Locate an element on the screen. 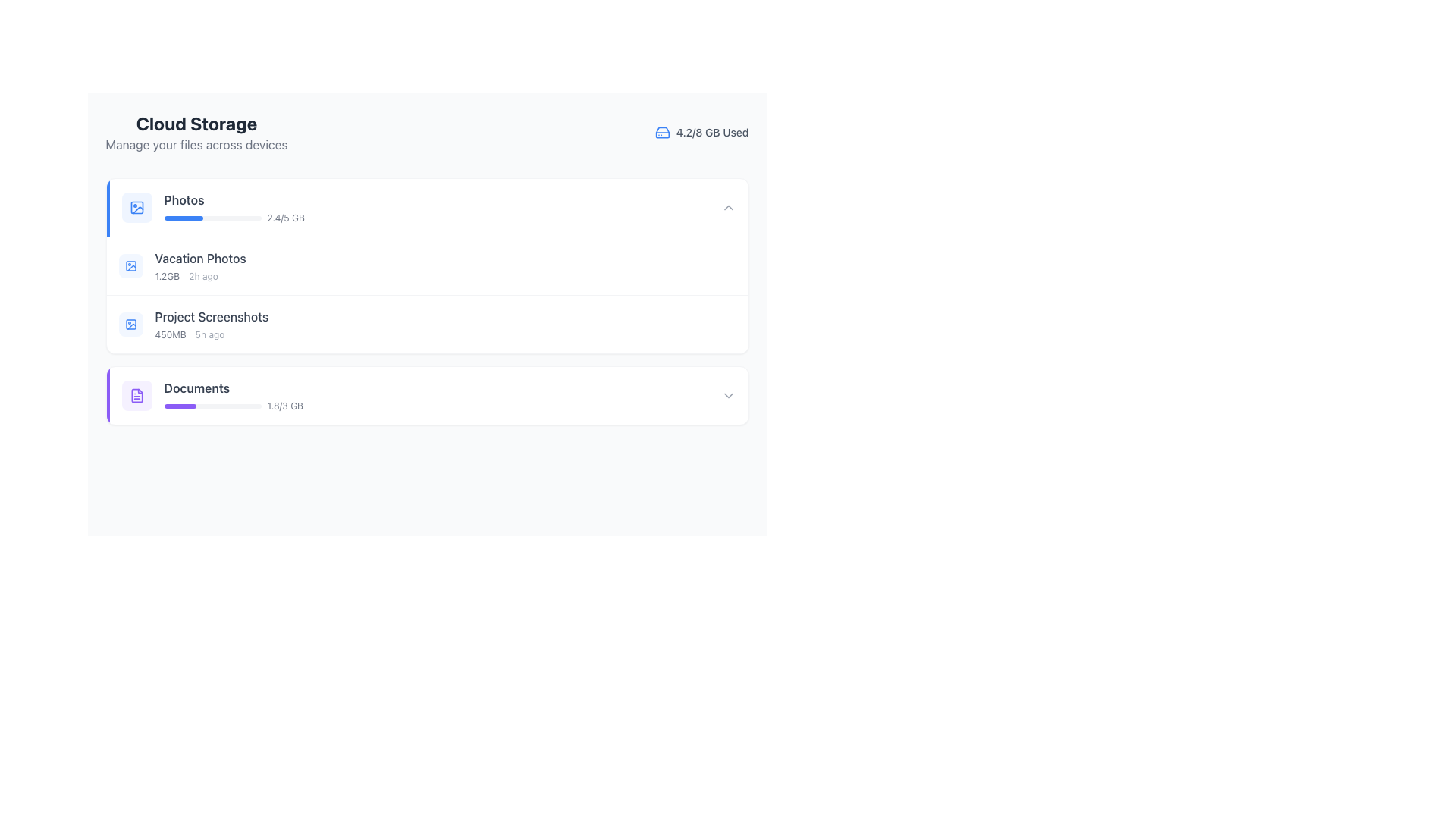  text content of the 'Vacation Photos' label located in the second row of a vertical list layout, which provides contextual information to the user is located at coordinates (199, 257).